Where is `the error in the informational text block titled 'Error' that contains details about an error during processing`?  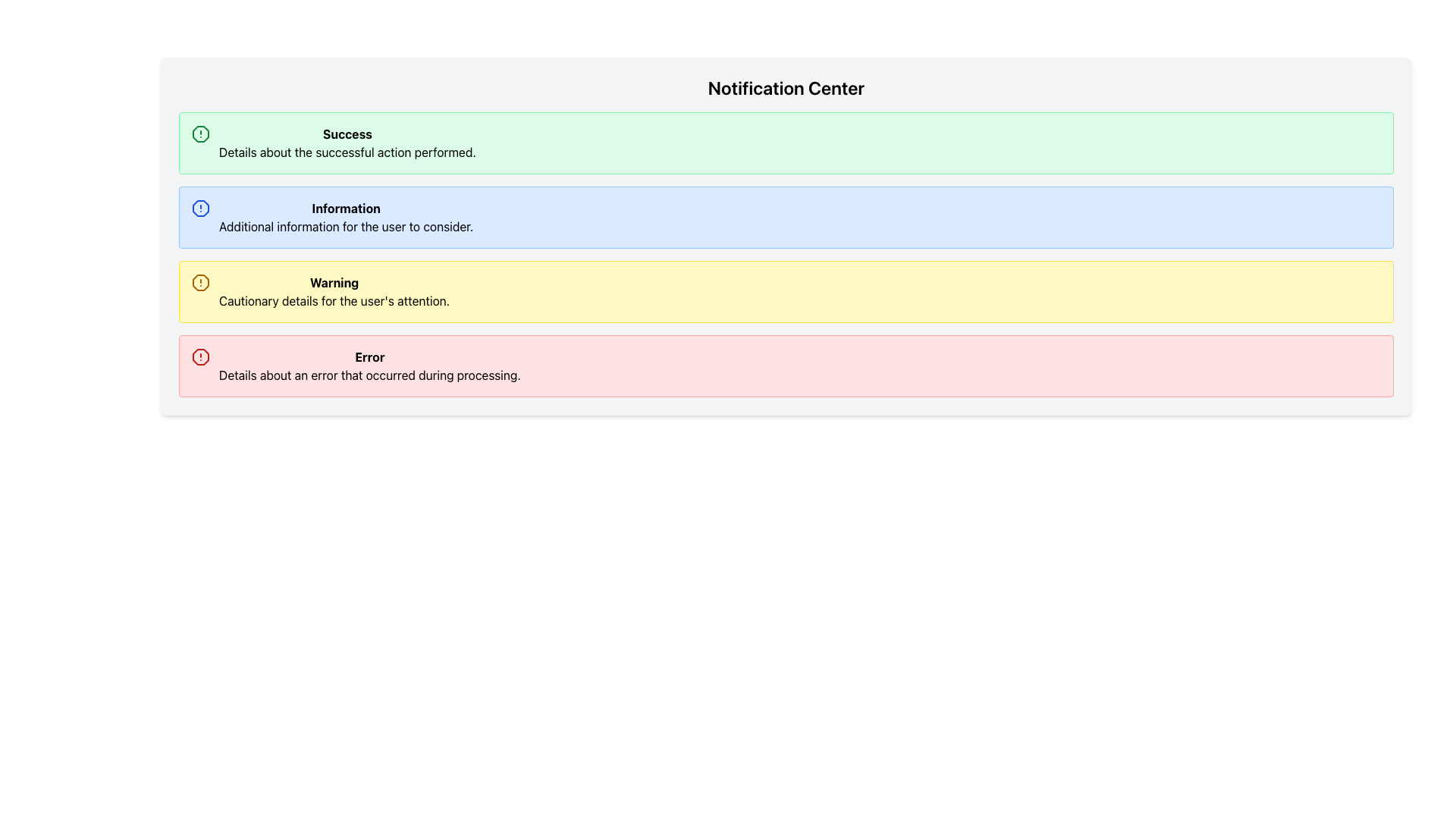 the error in the informational text block titled 'Error' that contains details about an error during processing is located at coordinates (369, 366).